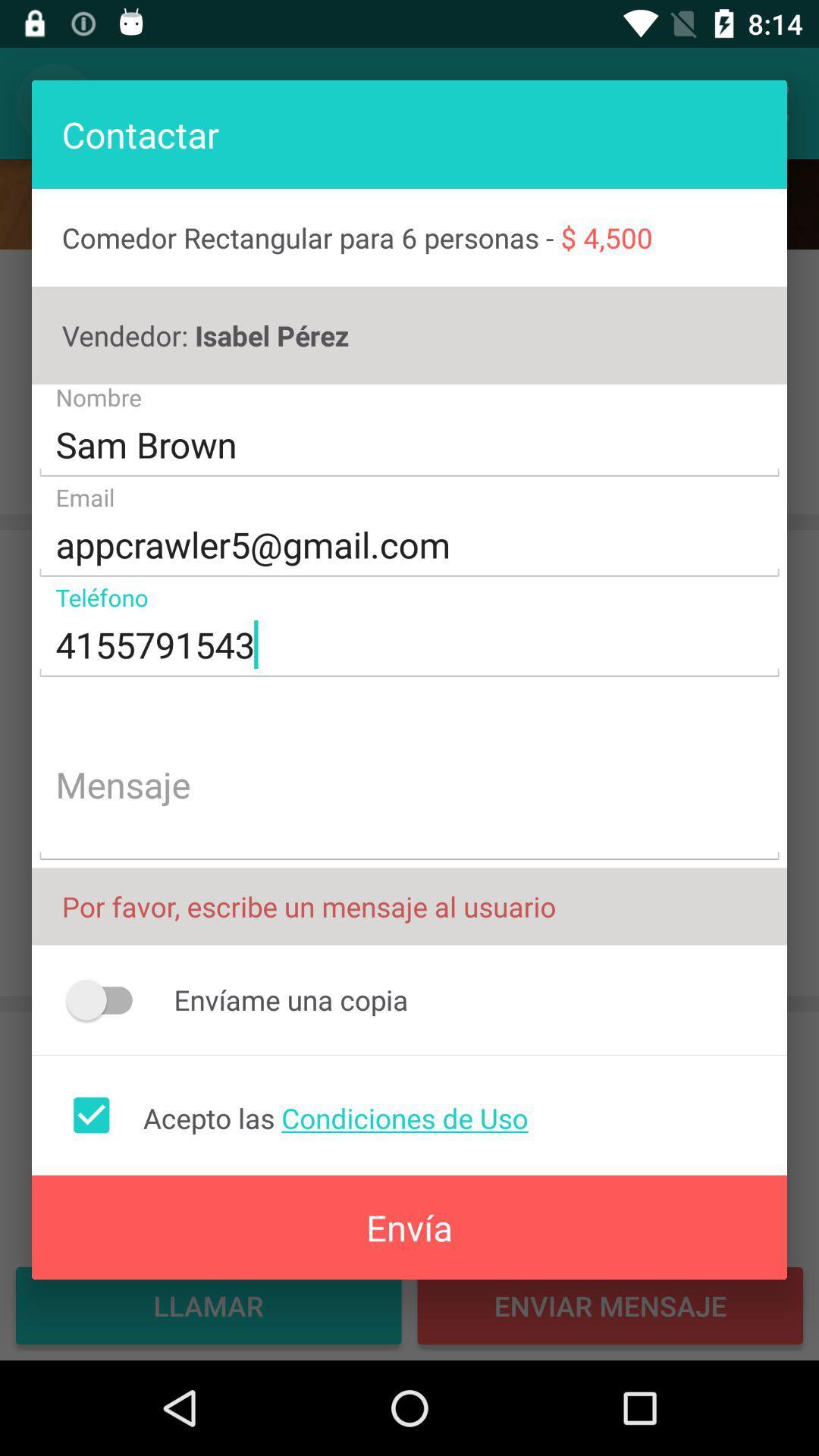 The height and width of the screenshot is (1456, 819). I want to click on accept terms and conditions, so click(91, 1115).